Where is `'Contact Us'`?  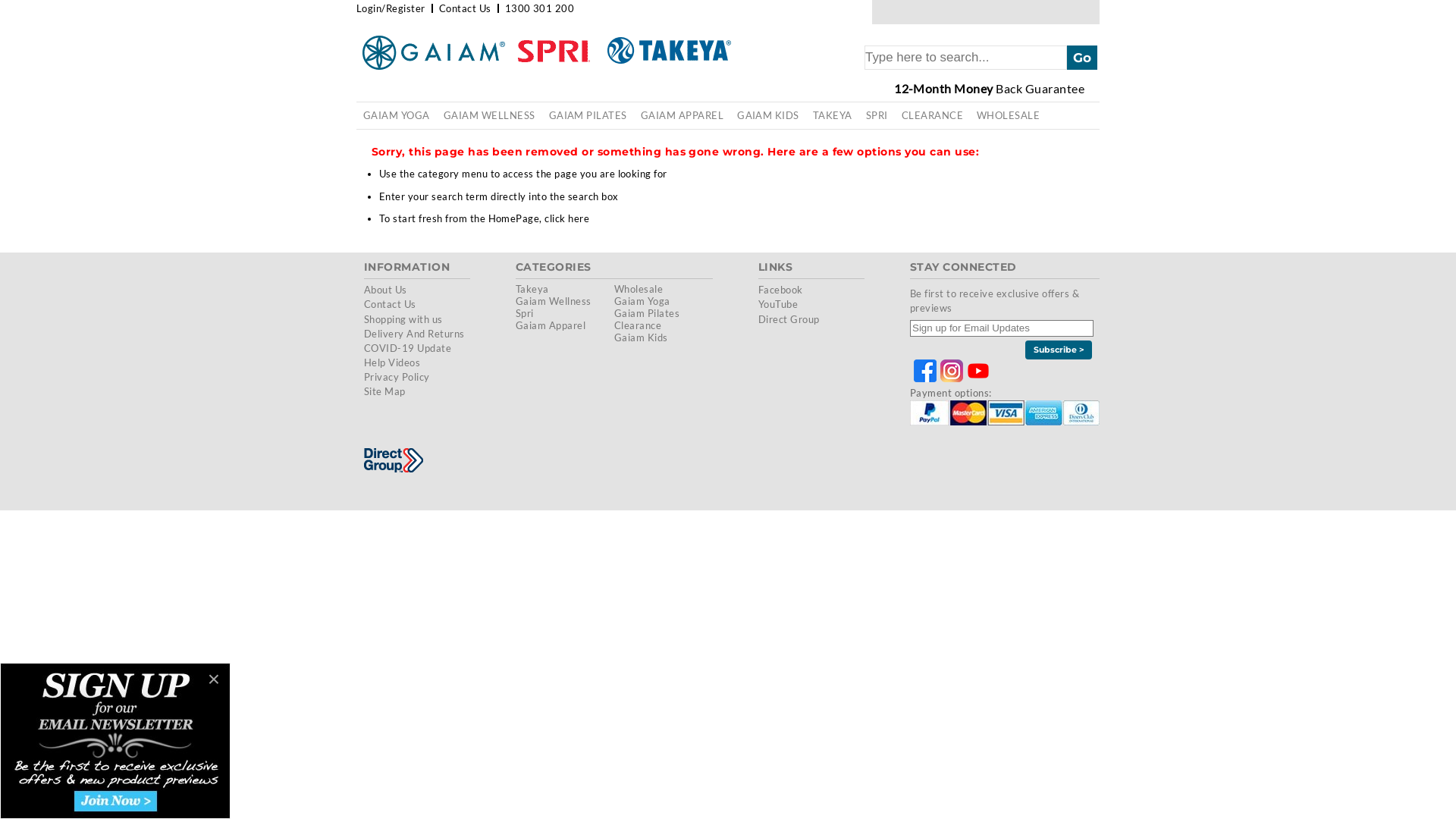 'Contact Us' is located at coordinates (364, 304).